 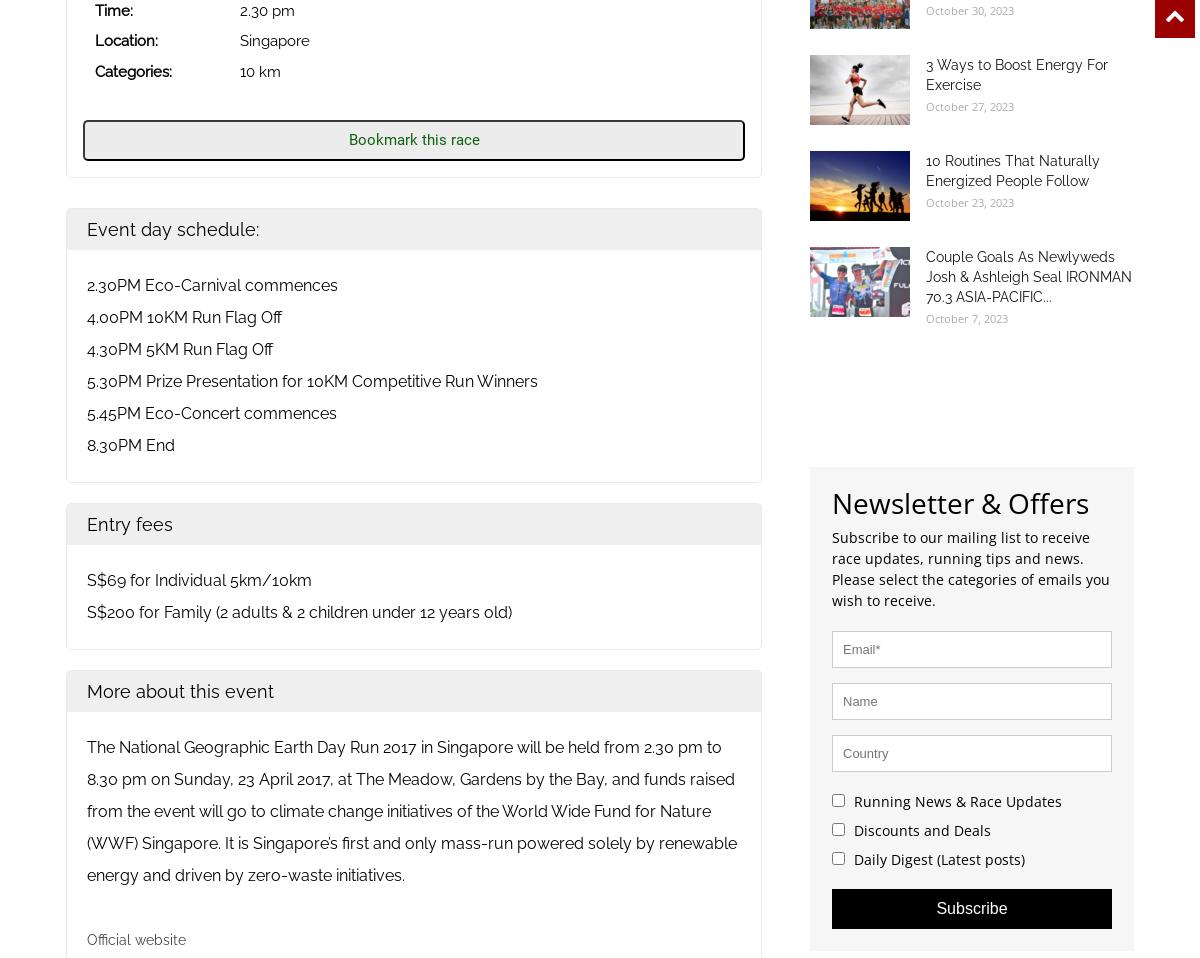 I want to click on 'Time:', so click(x=95, y=8).